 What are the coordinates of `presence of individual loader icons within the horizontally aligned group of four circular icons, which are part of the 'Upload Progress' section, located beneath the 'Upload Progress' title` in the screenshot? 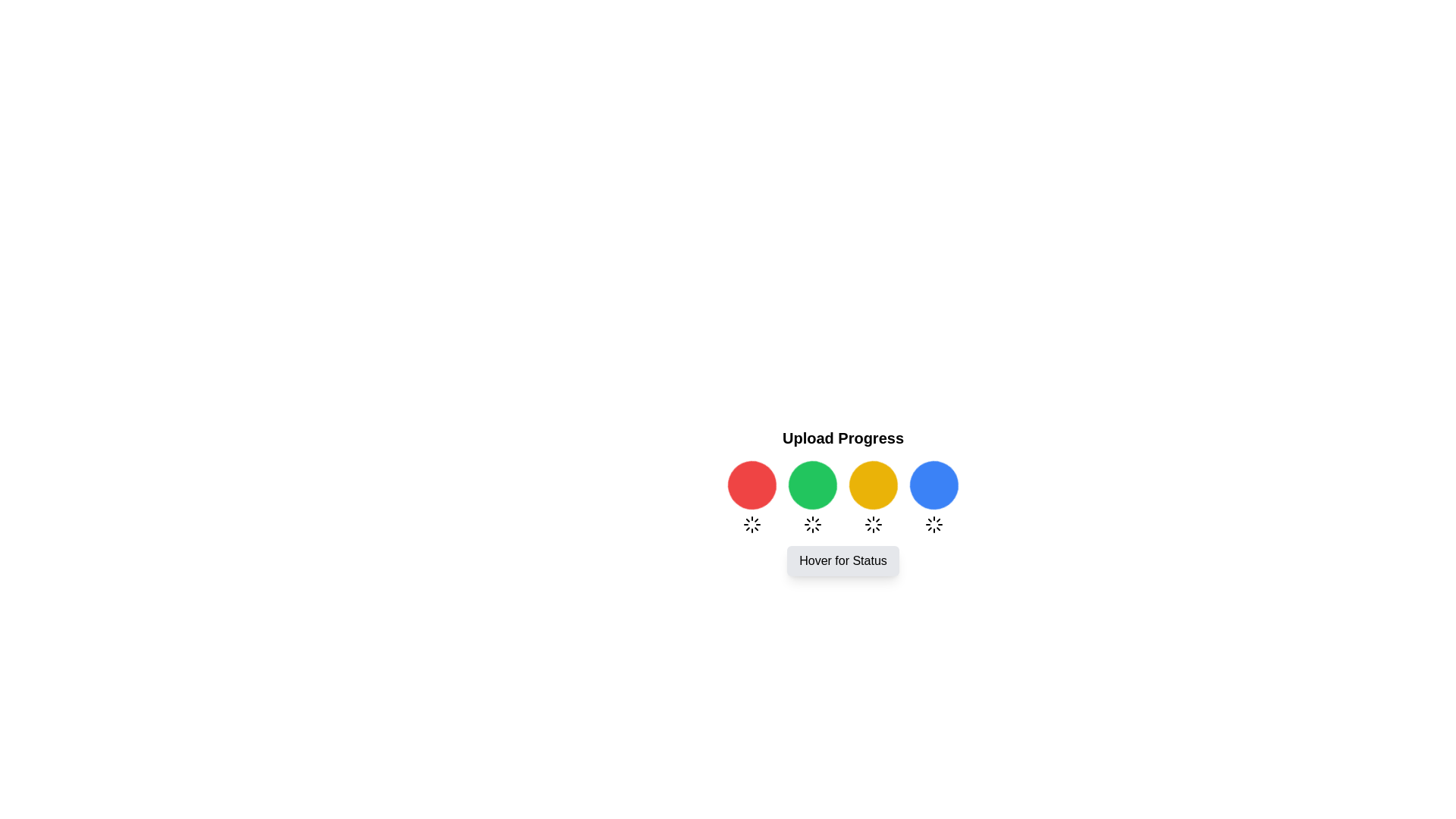 It's located at (843, 497).